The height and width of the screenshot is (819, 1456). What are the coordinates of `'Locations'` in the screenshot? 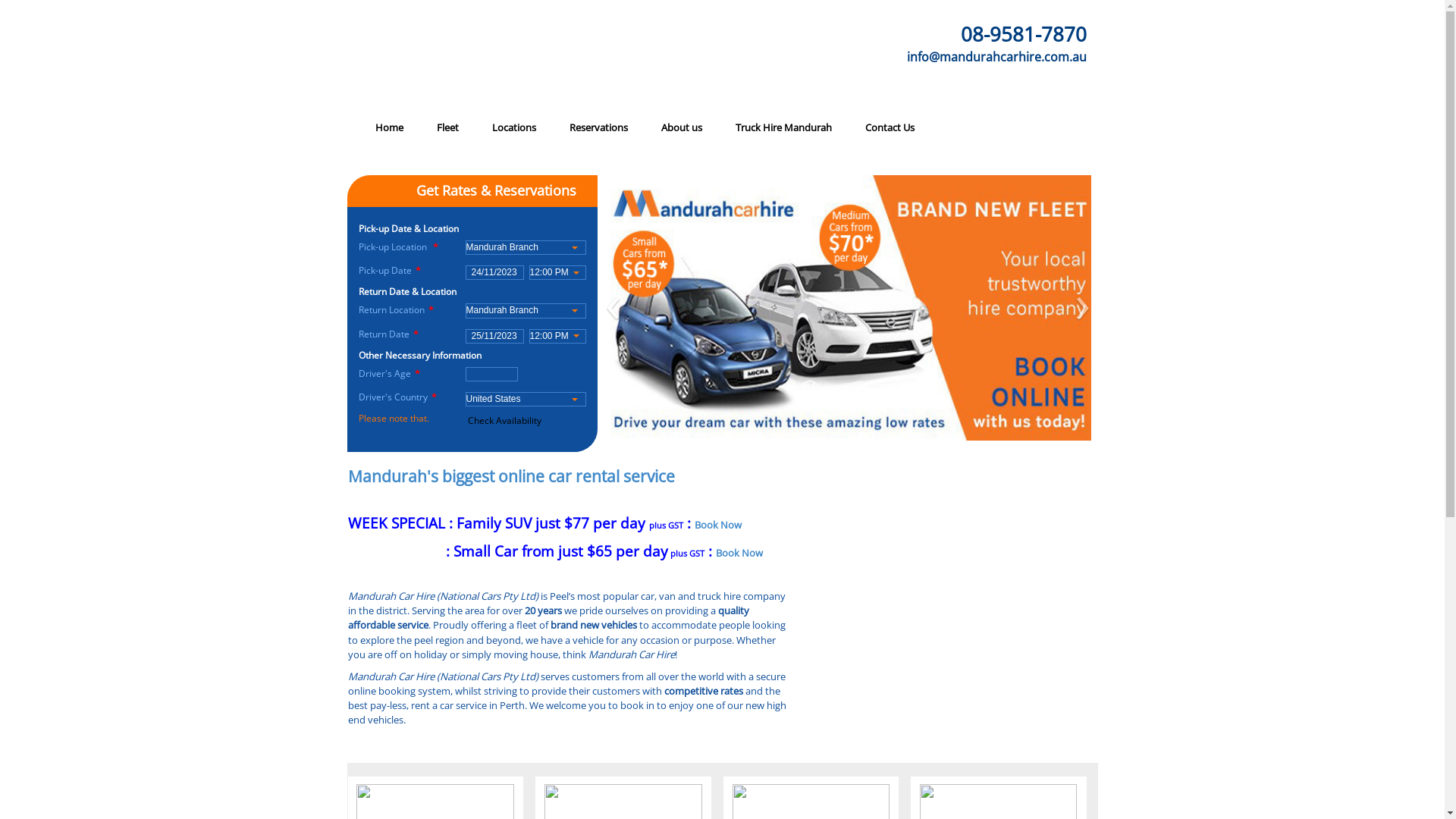 It's located at (473, 127).